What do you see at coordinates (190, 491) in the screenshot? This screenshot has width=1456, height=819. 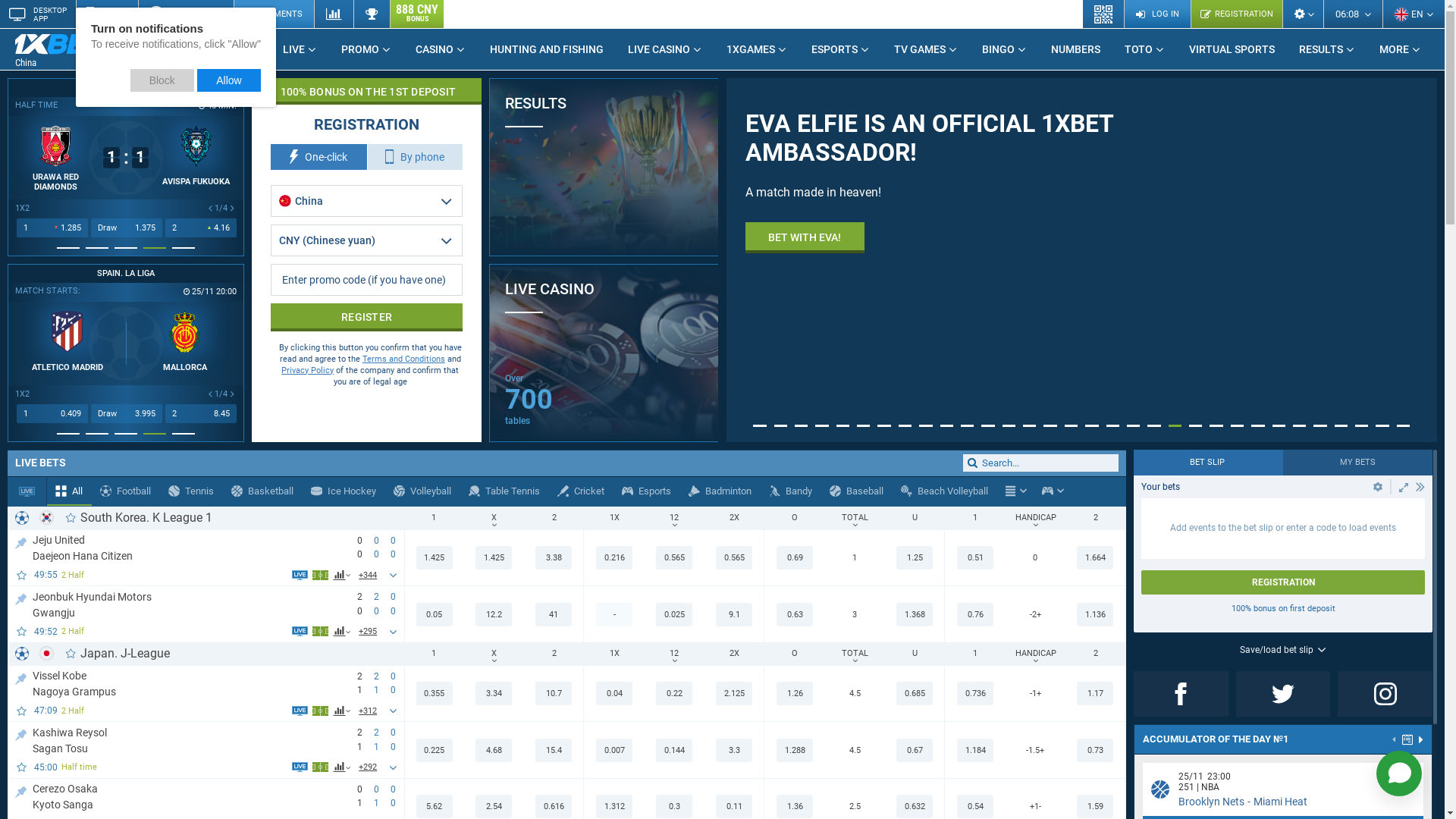 I see `'Tennis'` at bounding box center [190, 491].